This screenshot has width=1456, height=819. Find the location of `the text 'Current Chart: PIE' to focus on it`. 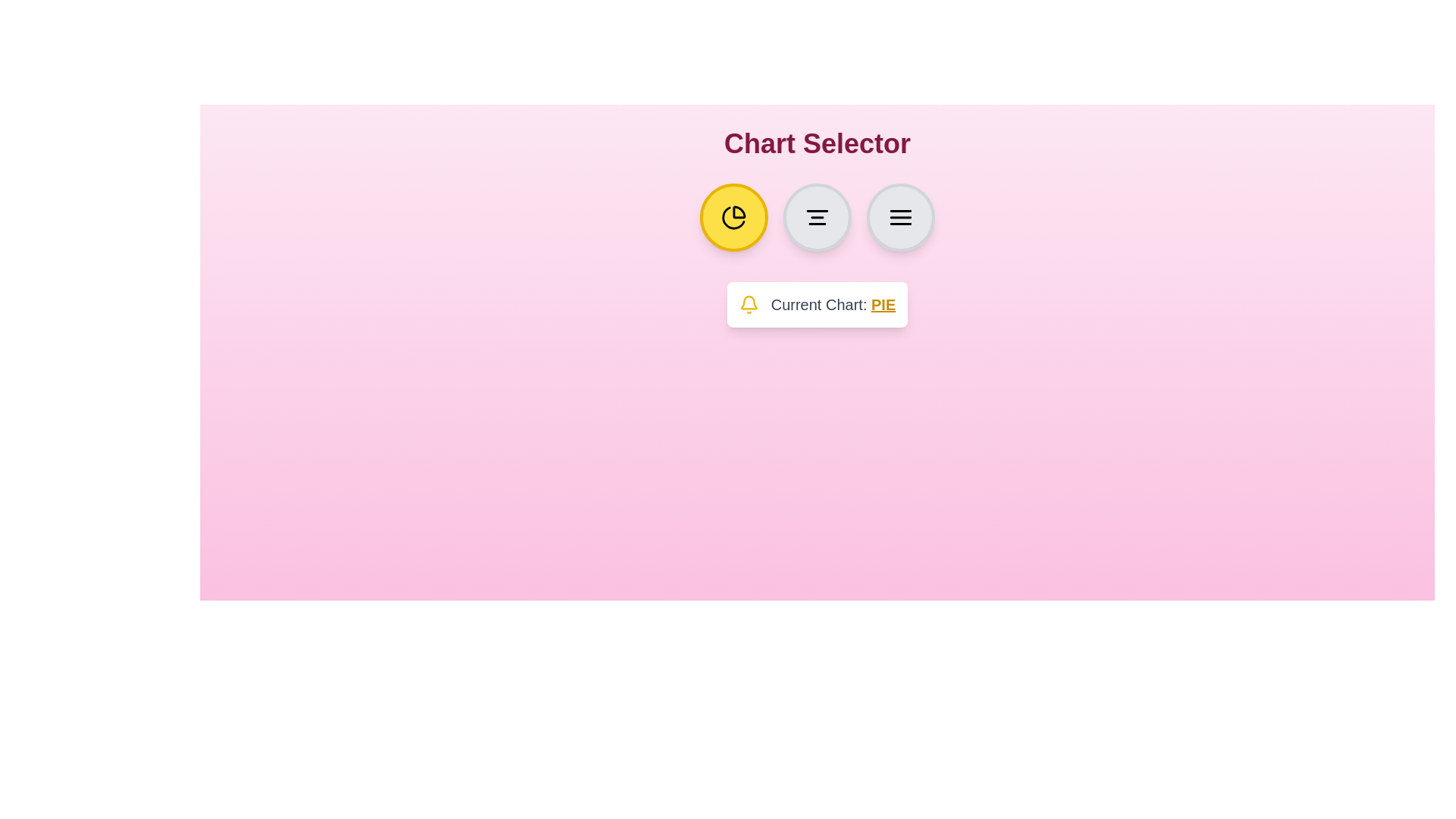

the text 'Current Chart: PIE' to focus on it is located at coordinates (817, 304).